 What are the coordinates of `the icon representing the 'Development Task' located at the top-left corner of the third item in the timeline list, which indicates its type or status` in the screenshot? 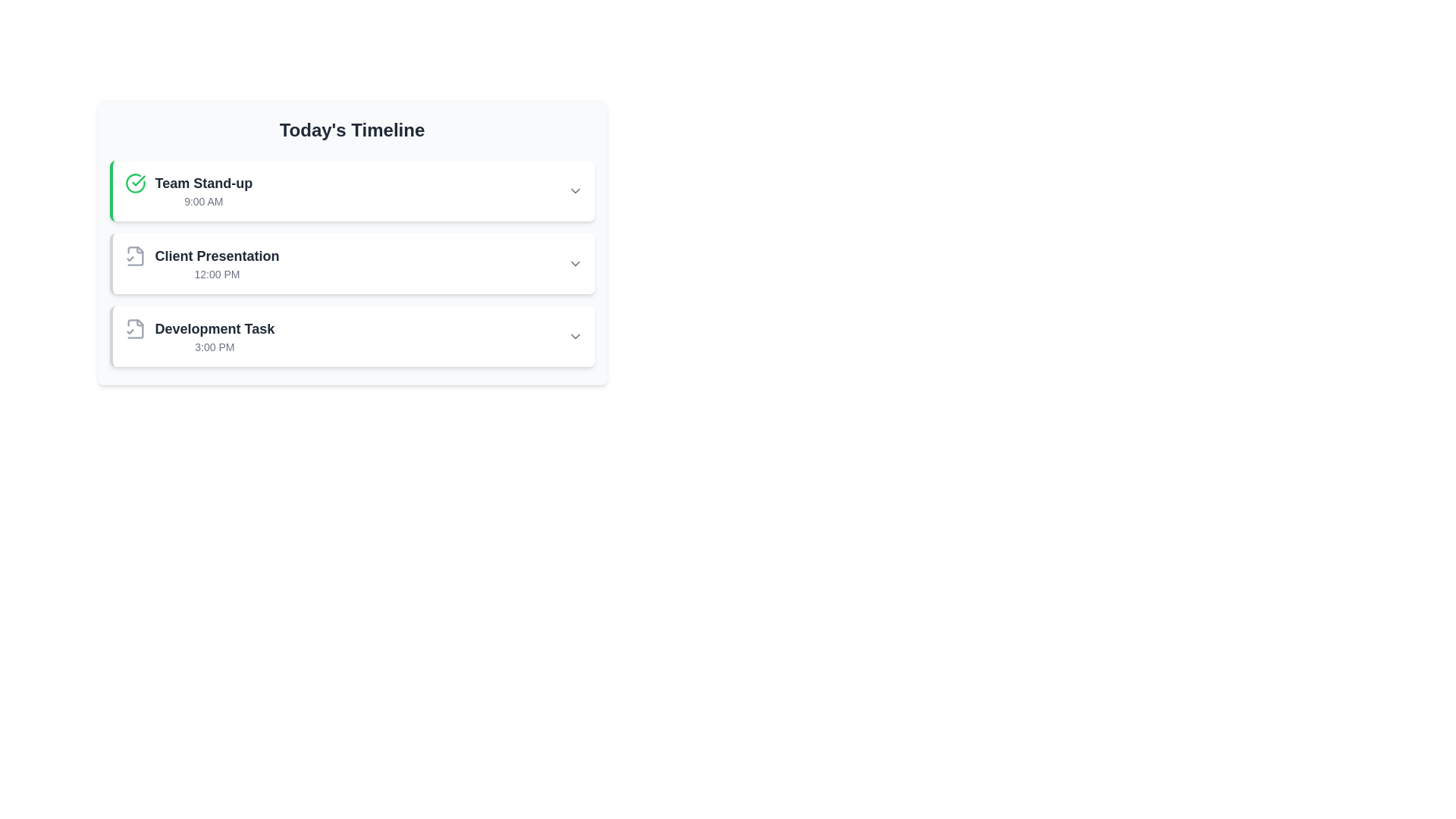 It's located at (135, 328).